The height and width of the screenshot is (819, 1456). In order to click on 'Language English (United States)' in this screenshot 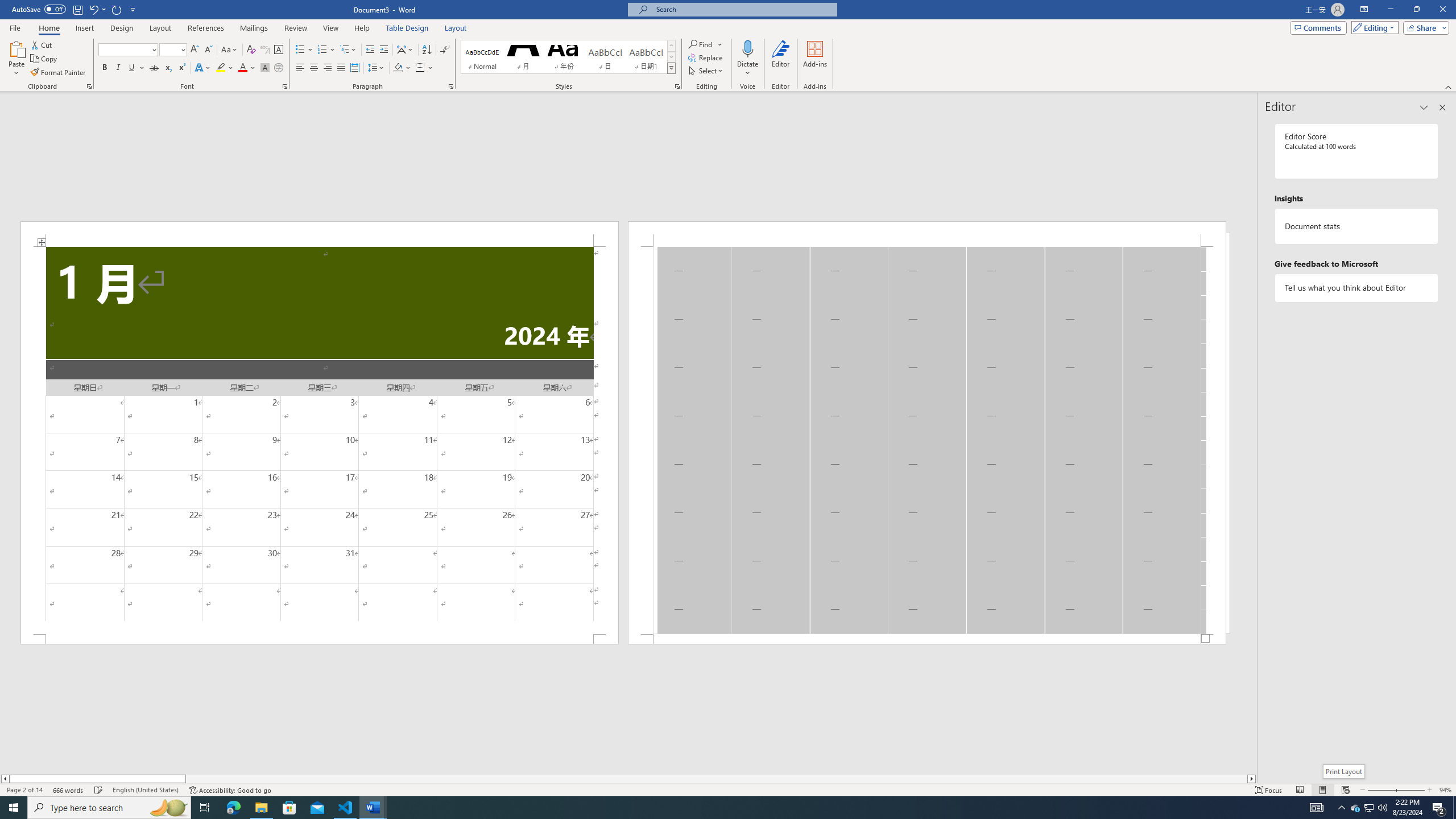, I will do `click(146, 790)`.